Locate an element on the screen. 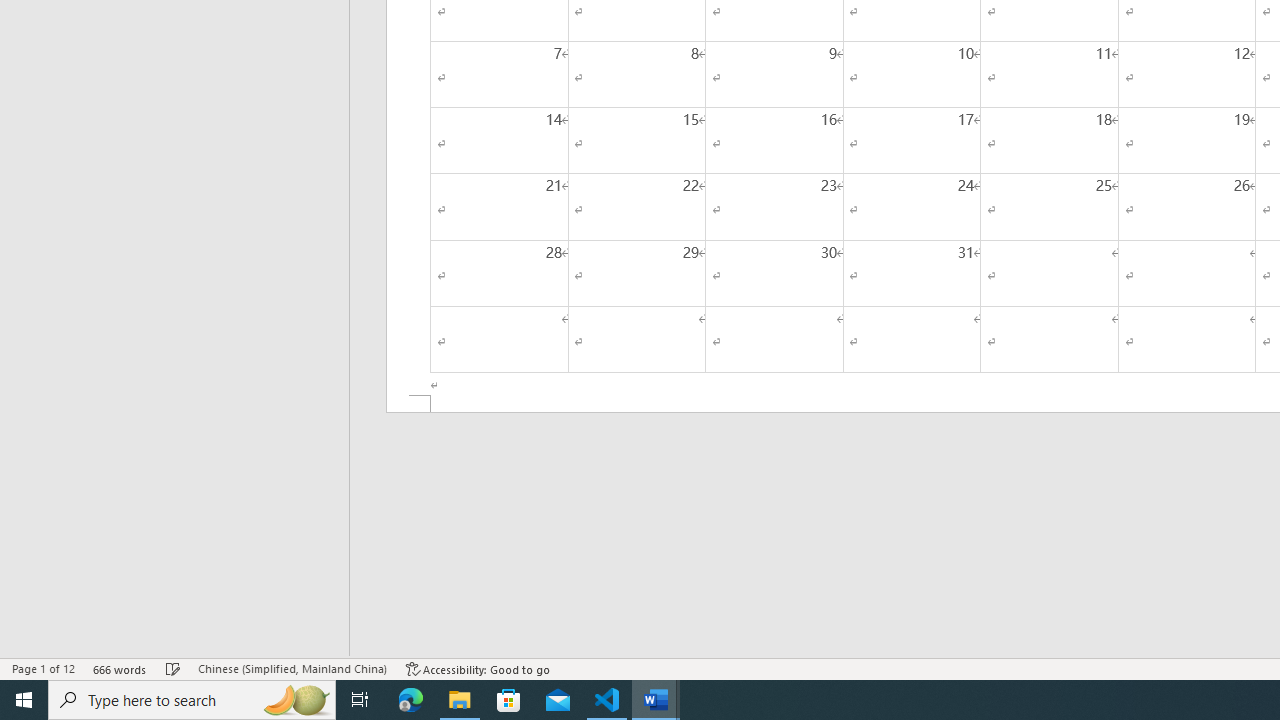 The width and height of the screenshot is (1280, 720). 'Accessibility Checker Accessibility: Good to go' is located at coordinates (477, 669).